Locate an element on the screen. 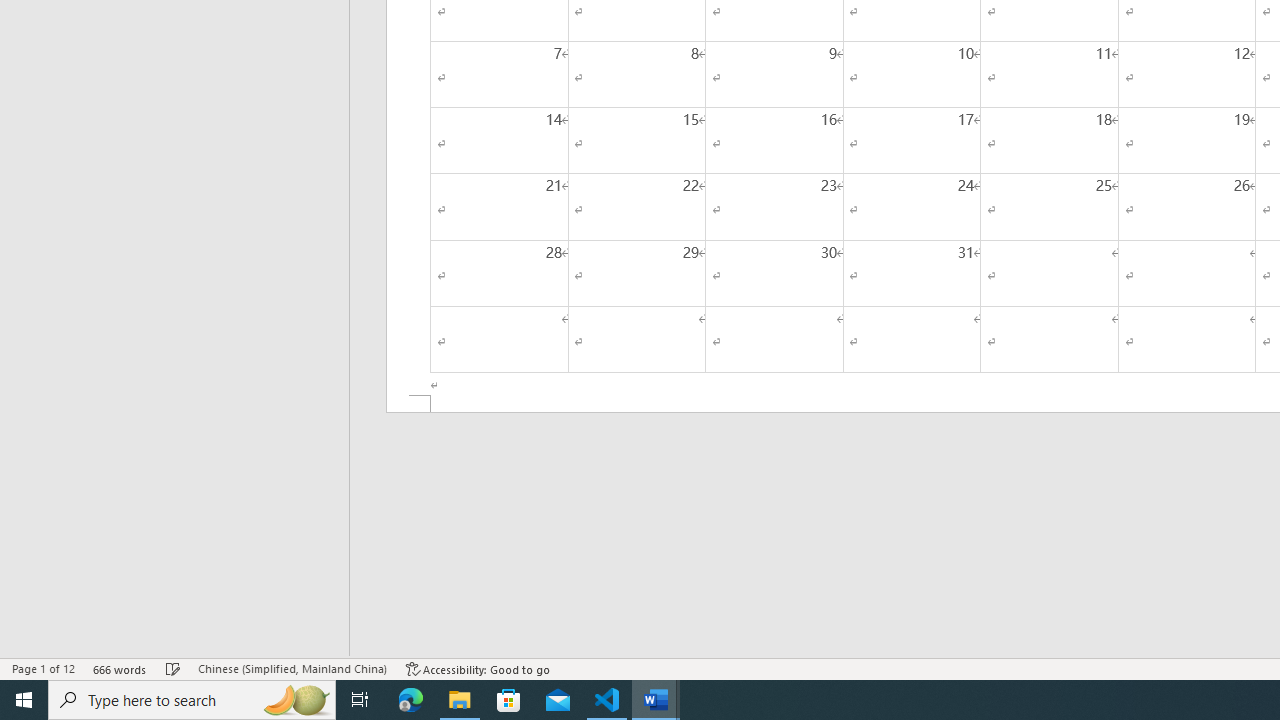 The width and height of the screenshot is (1280, 720). 'Accessibility Checker Accessibility: Good to go' is located at coordinates (477, 669).